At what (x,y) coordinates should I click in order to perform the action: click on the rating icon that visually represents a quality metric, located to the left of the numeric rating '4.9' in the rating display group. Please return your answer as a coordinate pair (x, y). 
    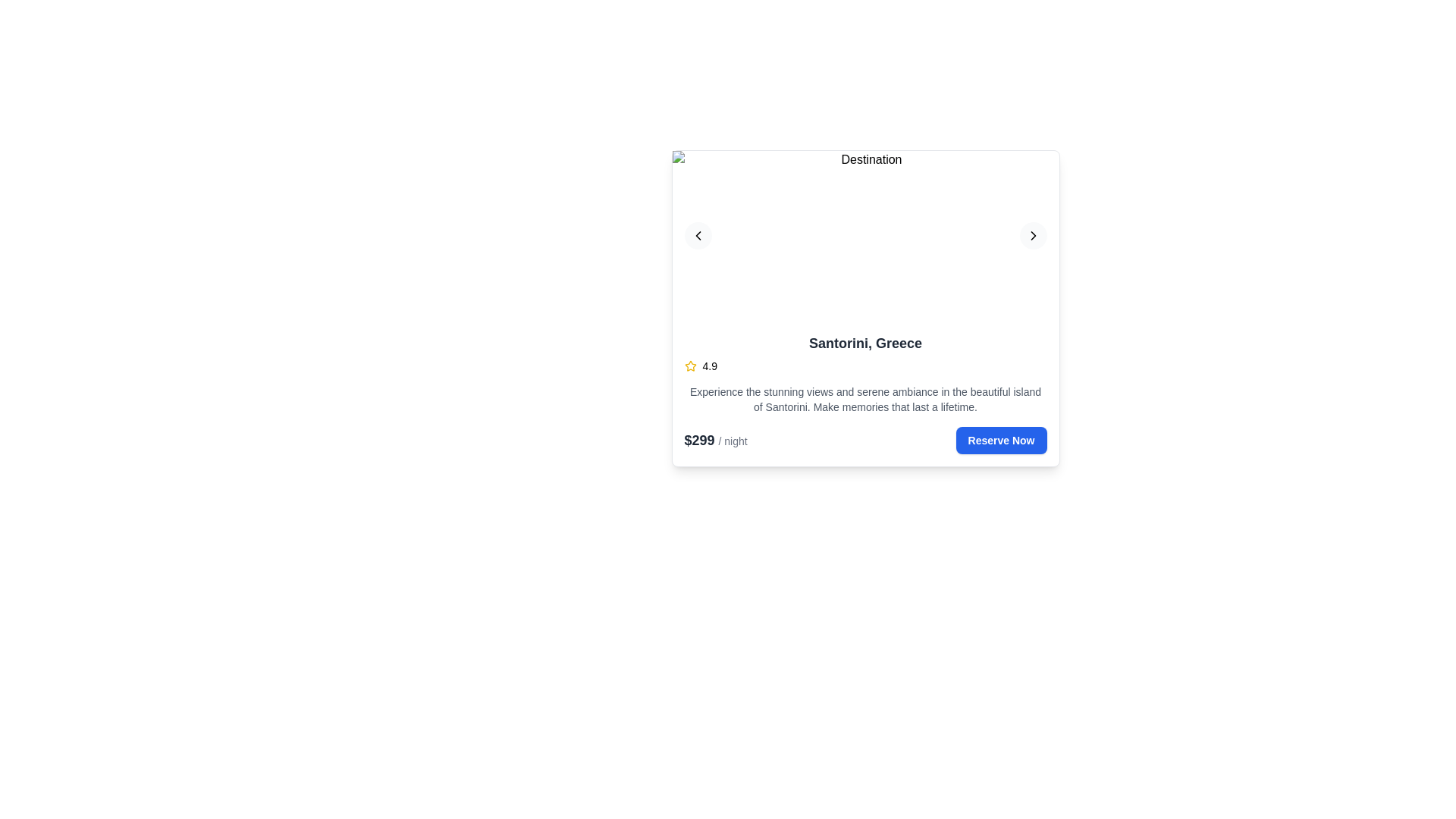
    Looking at the image, I should click on (689, 366).